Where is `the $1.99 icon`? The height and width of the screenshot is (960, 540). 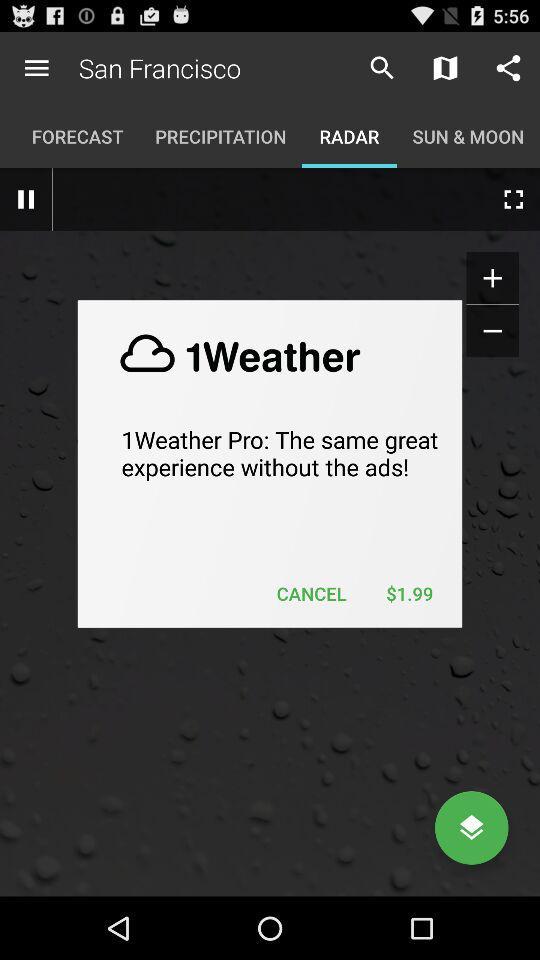 the $1.99 icon is located at coordinates (408, 593).